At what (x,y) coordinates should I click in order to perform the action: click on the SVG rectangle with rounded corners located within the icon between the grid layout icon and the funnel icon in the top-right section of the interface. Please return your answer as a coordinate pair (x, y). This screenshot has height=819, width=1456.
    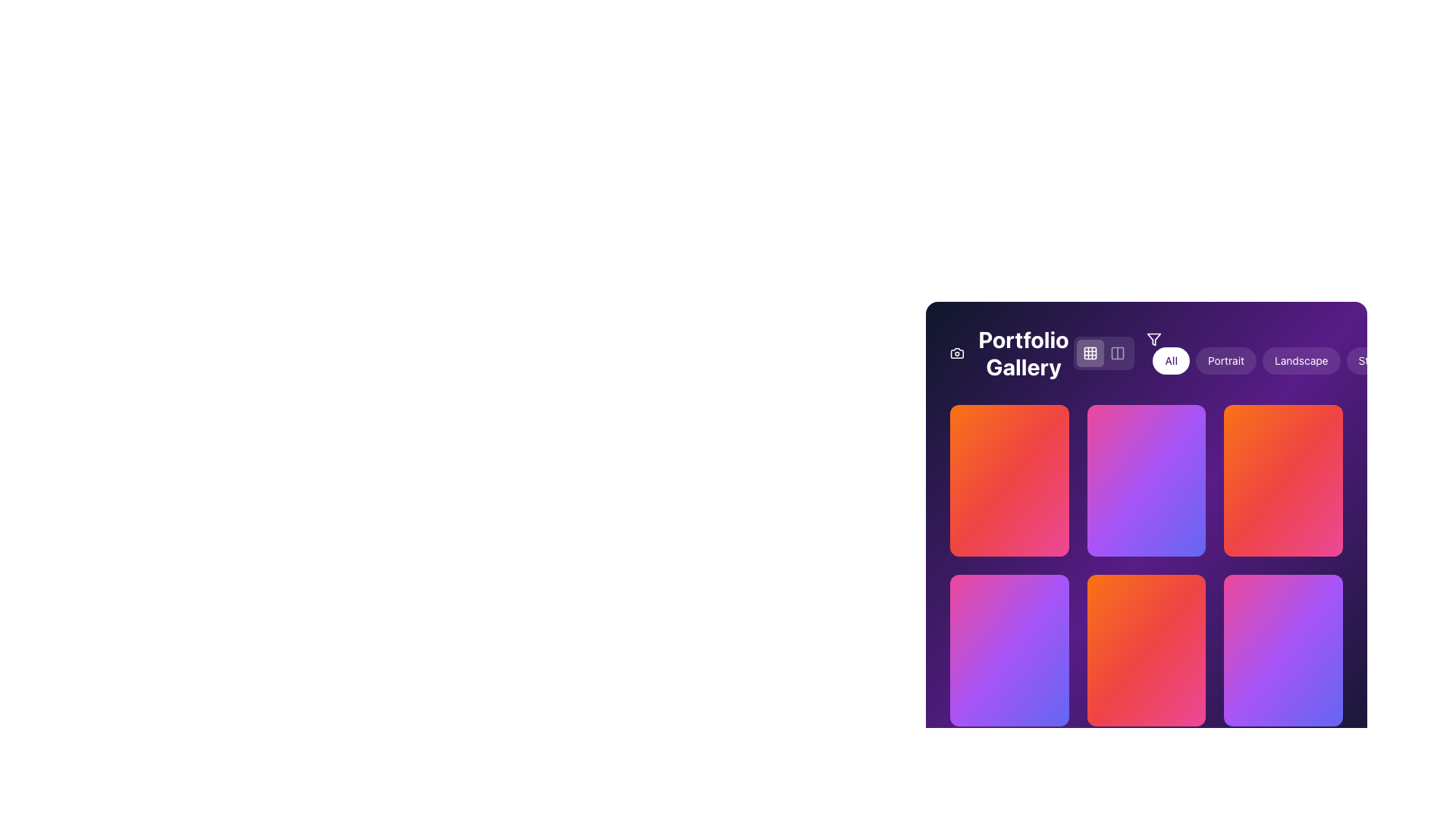
    Looking at the image, I should click on (1118, 353).